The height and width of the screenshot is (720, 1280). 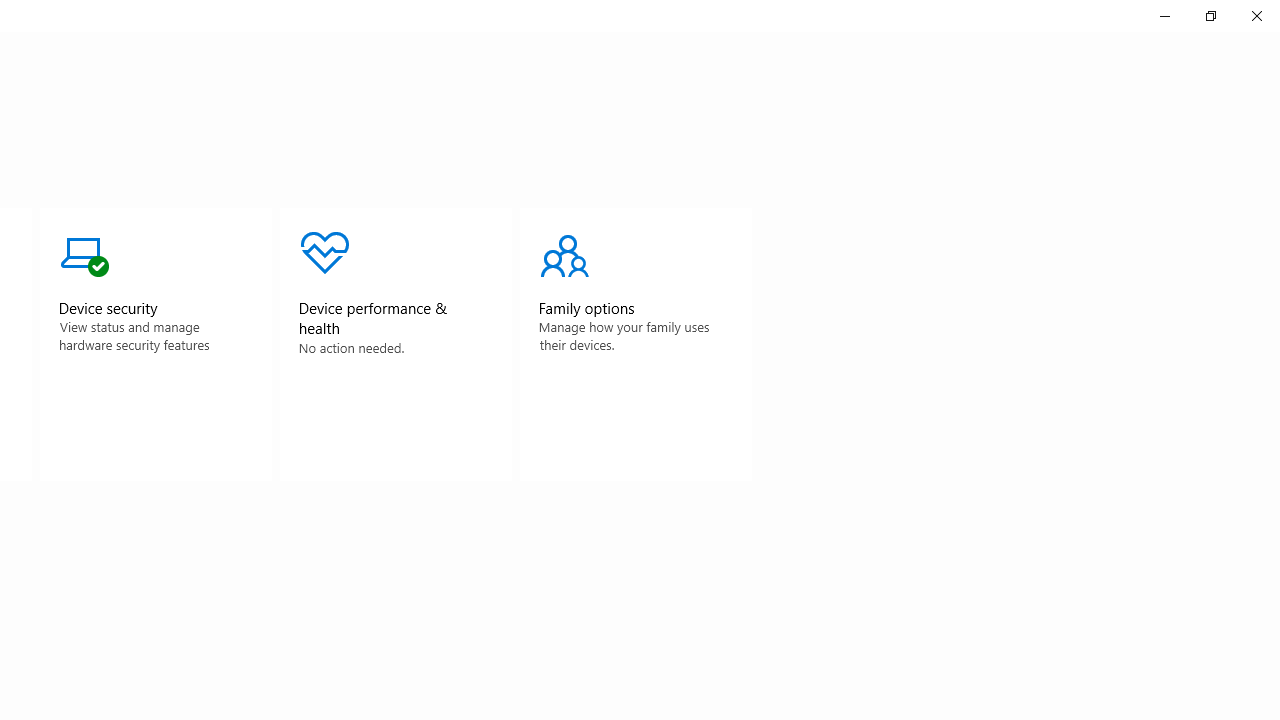 What do you see at coordinates (396, 343) in the screenshot?
I see `'Device performance & healthNo action needed.'` at bounding box center [396, 343].